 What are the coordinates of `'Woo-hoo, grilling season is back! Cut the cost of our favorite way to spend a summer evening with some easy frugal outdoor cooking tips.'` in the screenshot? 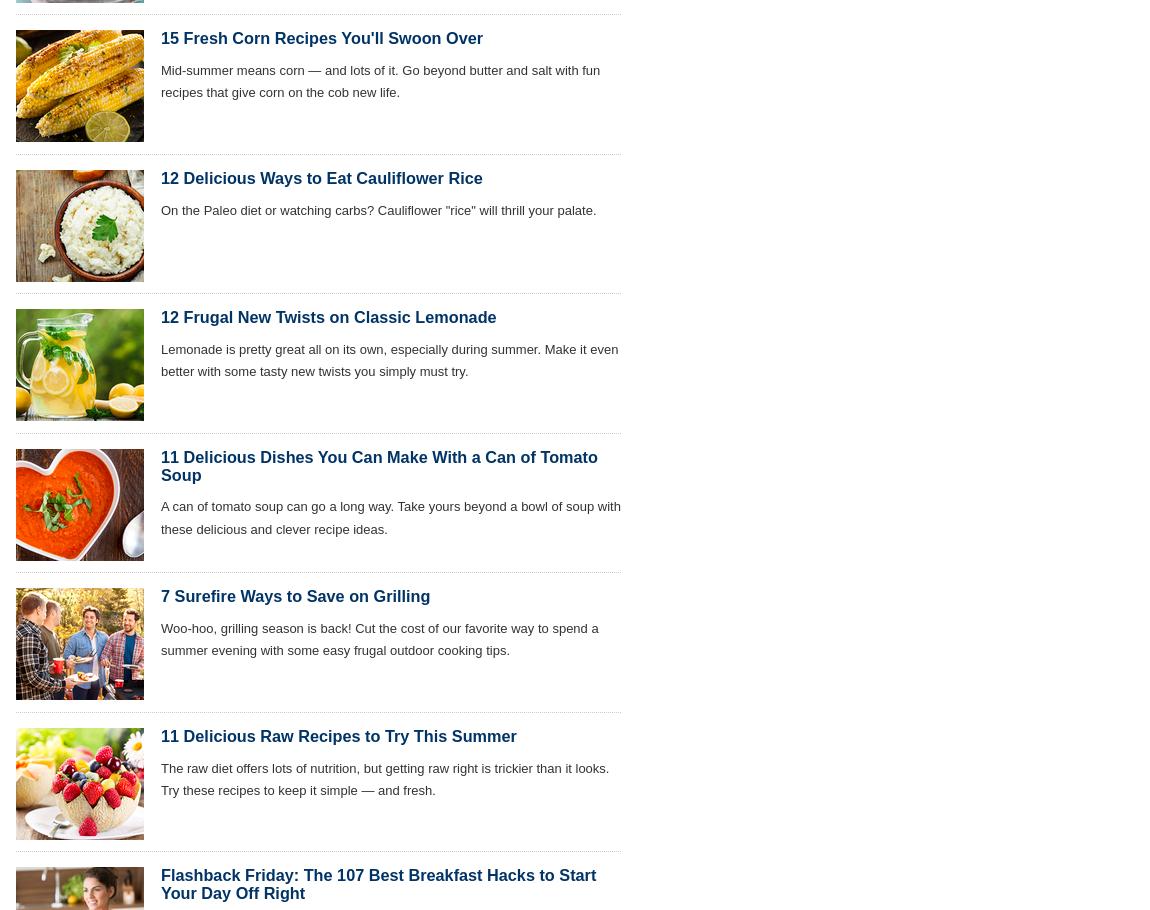 It's located at (379, 639).